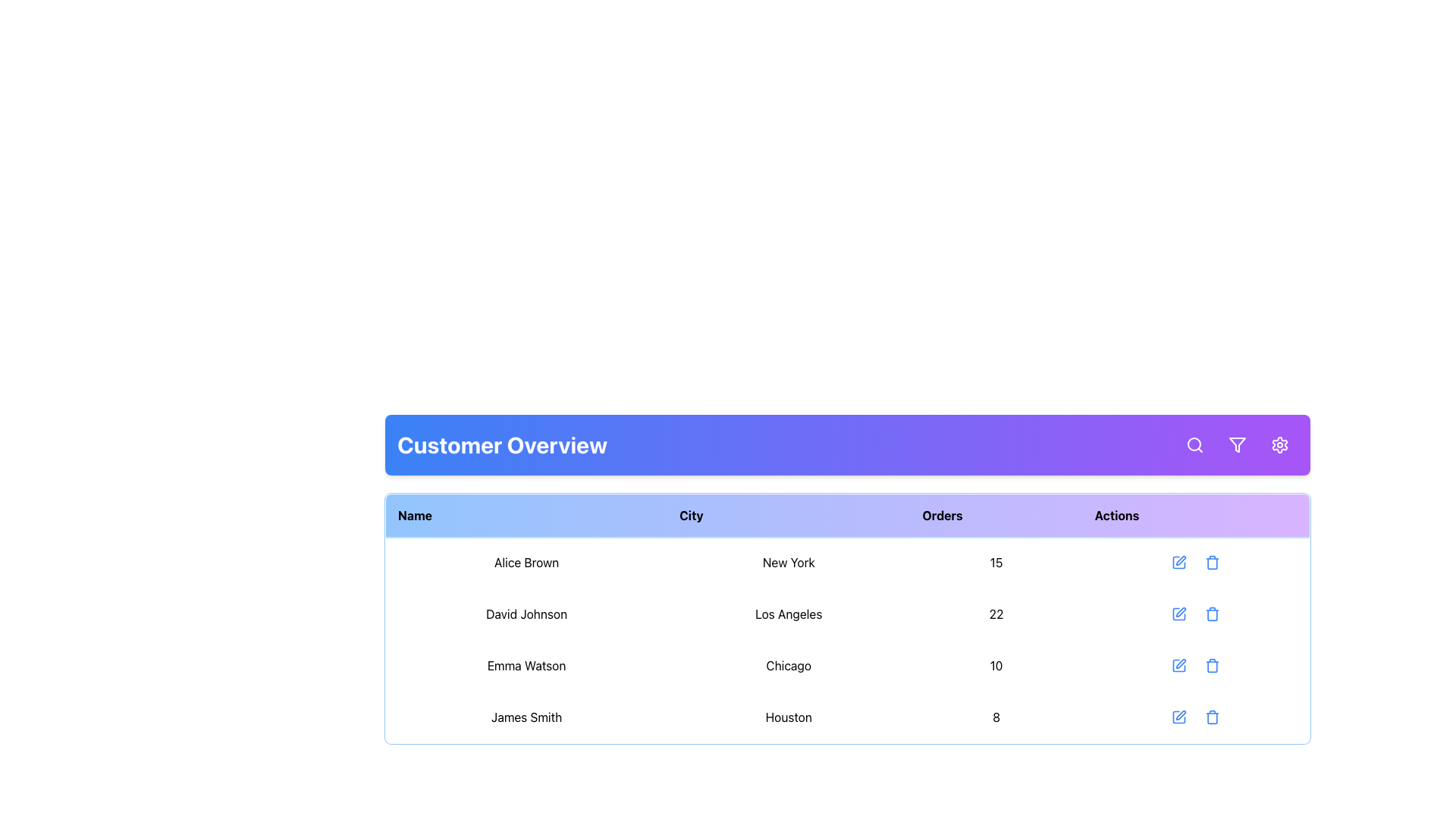  What do you see at coordinates (1178, 562) in the screenshot?
I see `the circular blue pen icon in the Actions column` at bounding box center [1178, 562].